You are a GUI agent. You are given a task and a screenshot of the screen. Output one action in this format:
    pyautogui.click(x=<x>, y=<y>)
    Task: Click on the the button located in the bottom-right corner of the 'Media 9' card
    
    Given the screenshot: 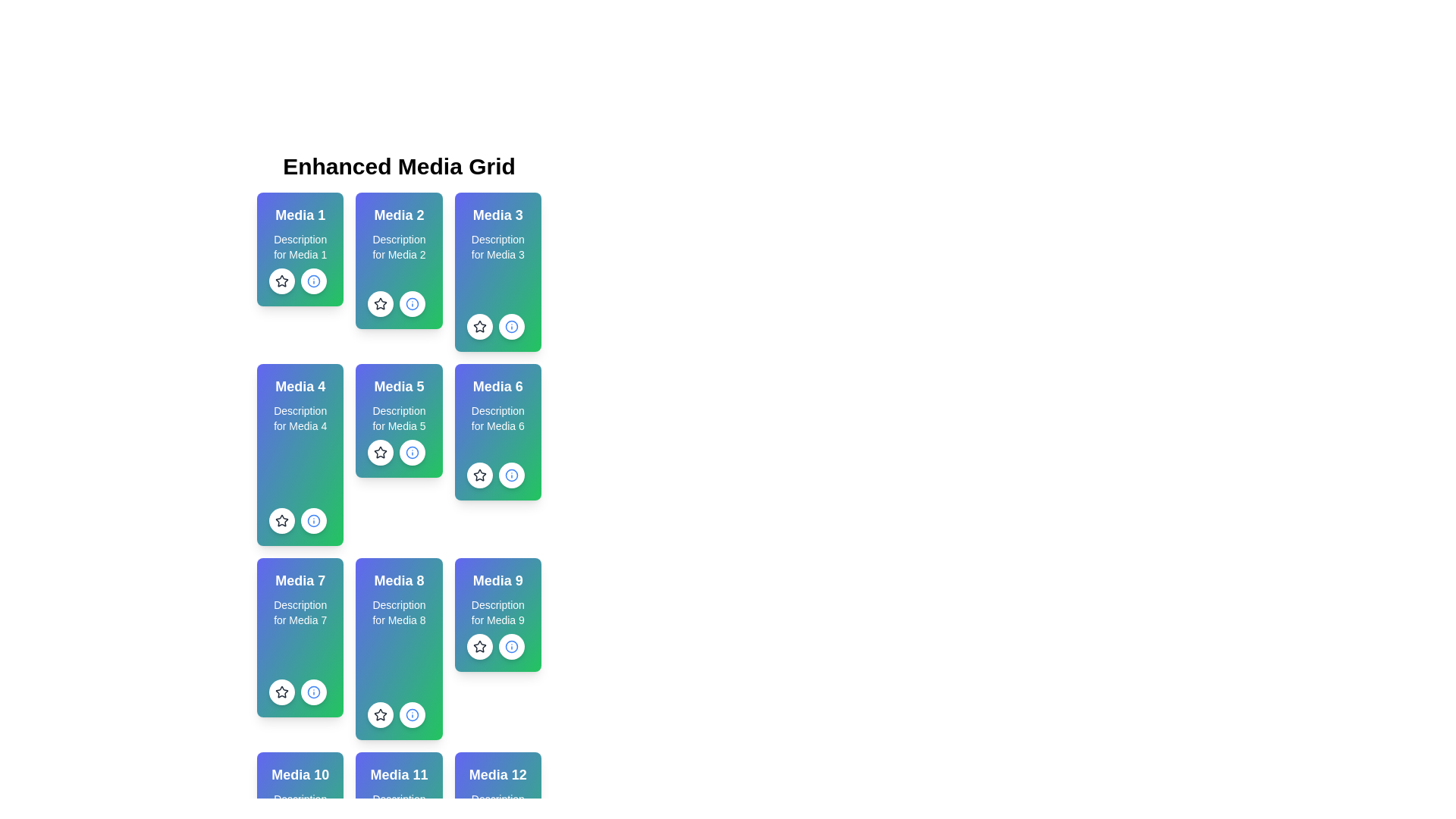 What is the action you would take?
    pyautogui.click(x=511, y=646)
    